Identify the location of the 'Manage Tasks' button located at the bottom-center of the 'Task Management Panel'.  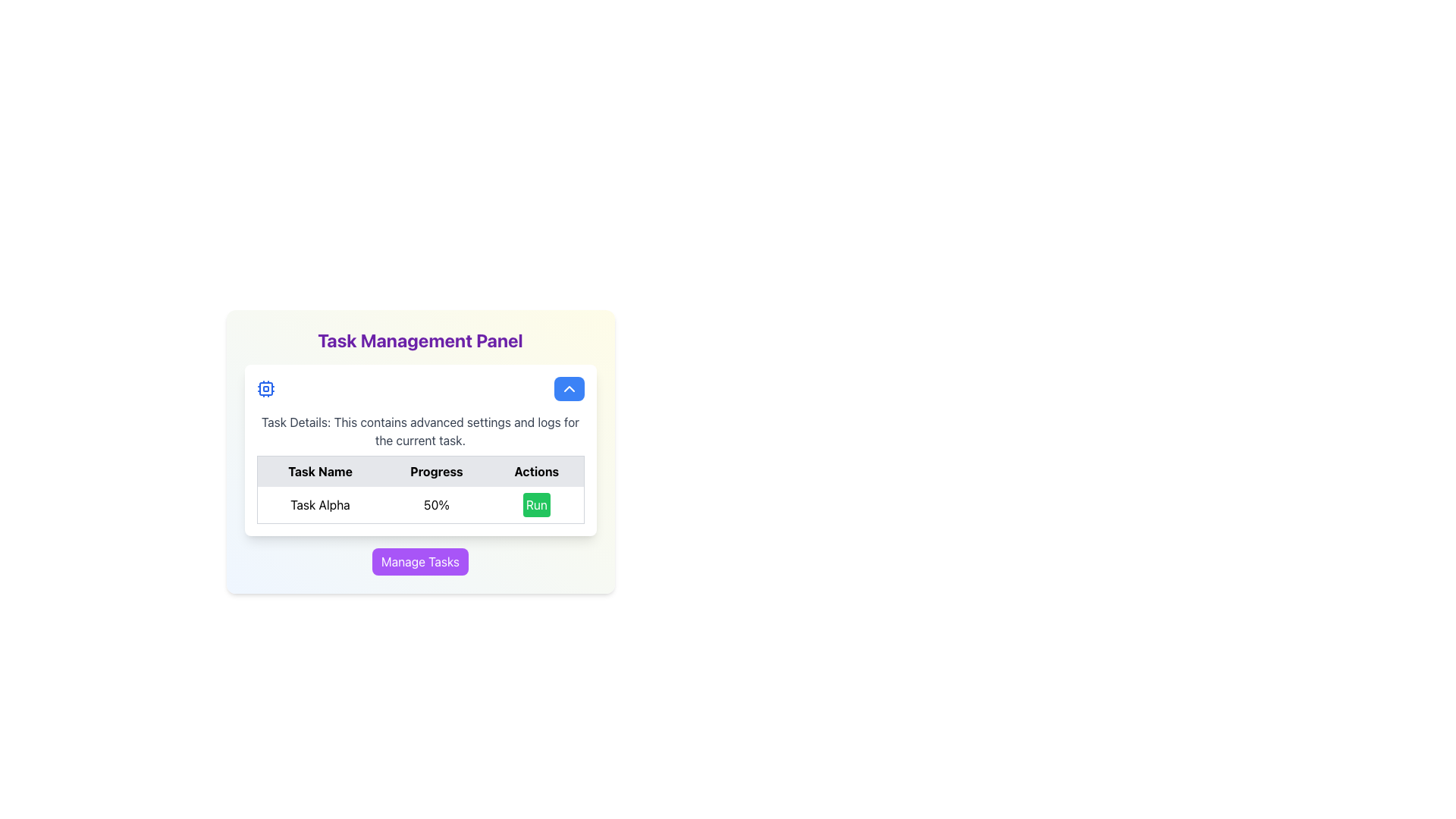
(420, 561).